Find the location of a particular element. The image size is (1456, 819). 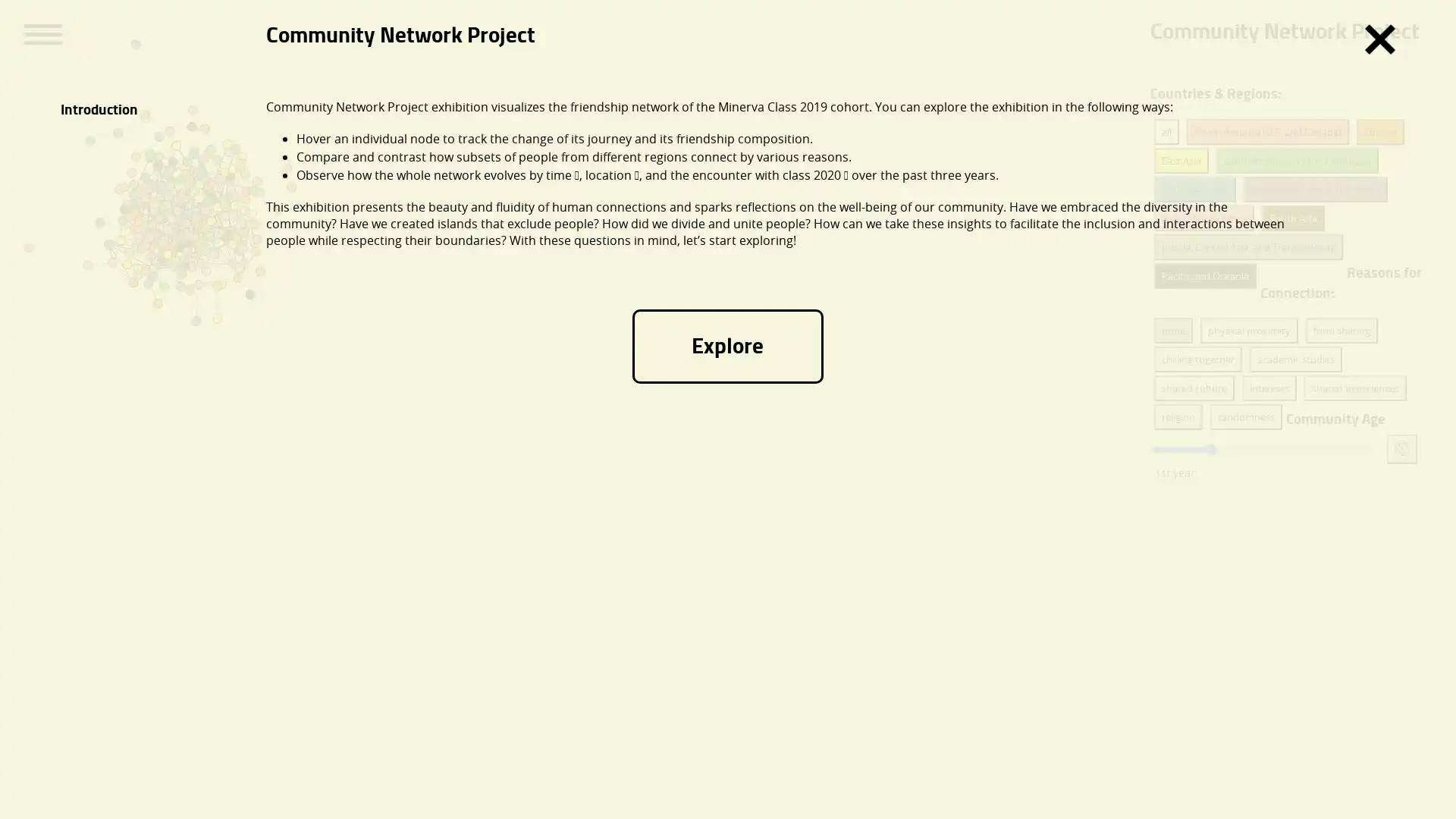

Middle East and North Africa is located at coordinates (1314, 188).